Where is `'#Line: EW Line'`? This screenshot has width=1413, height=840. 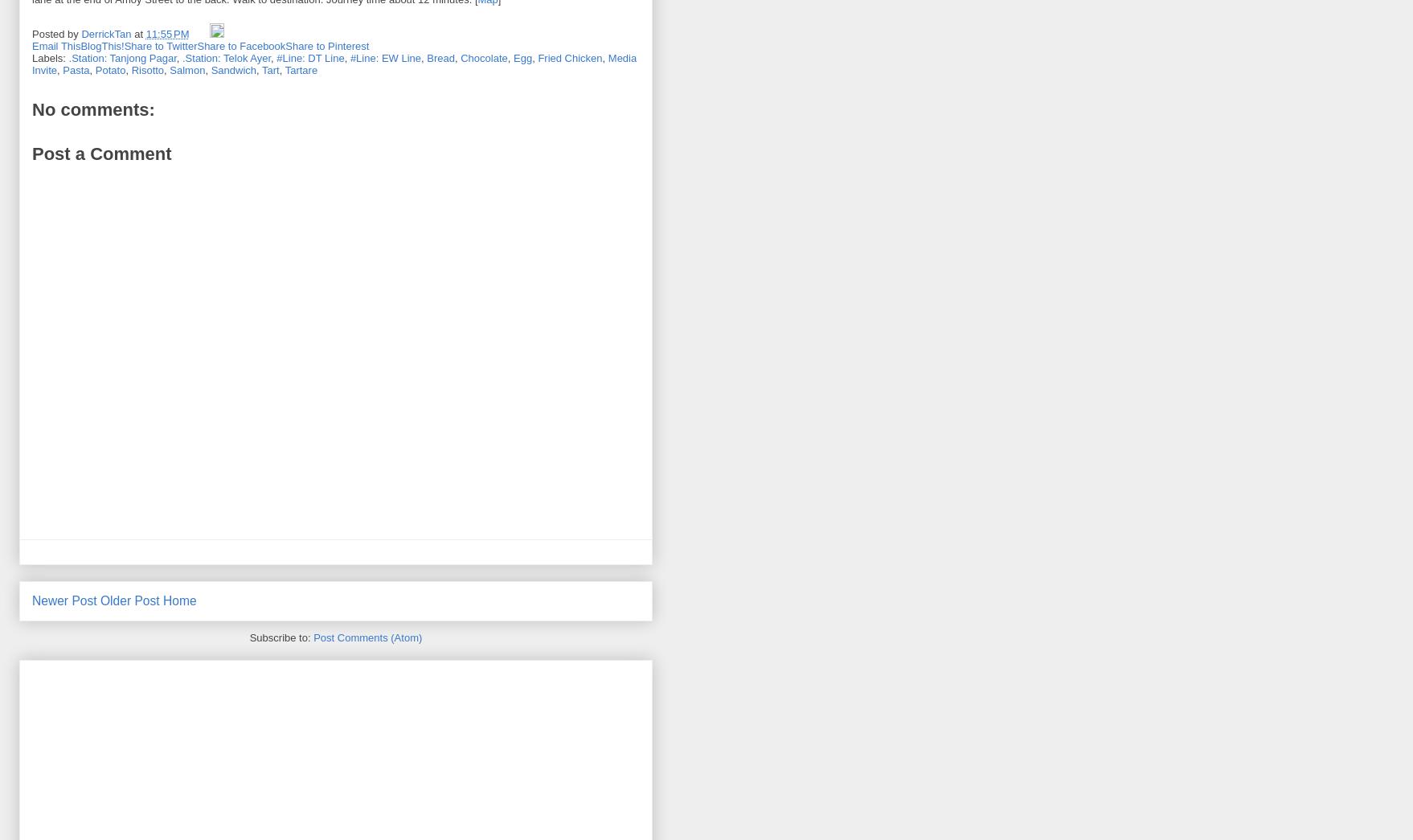
'#Line: EW Line' is located at coordinates (384, 57).